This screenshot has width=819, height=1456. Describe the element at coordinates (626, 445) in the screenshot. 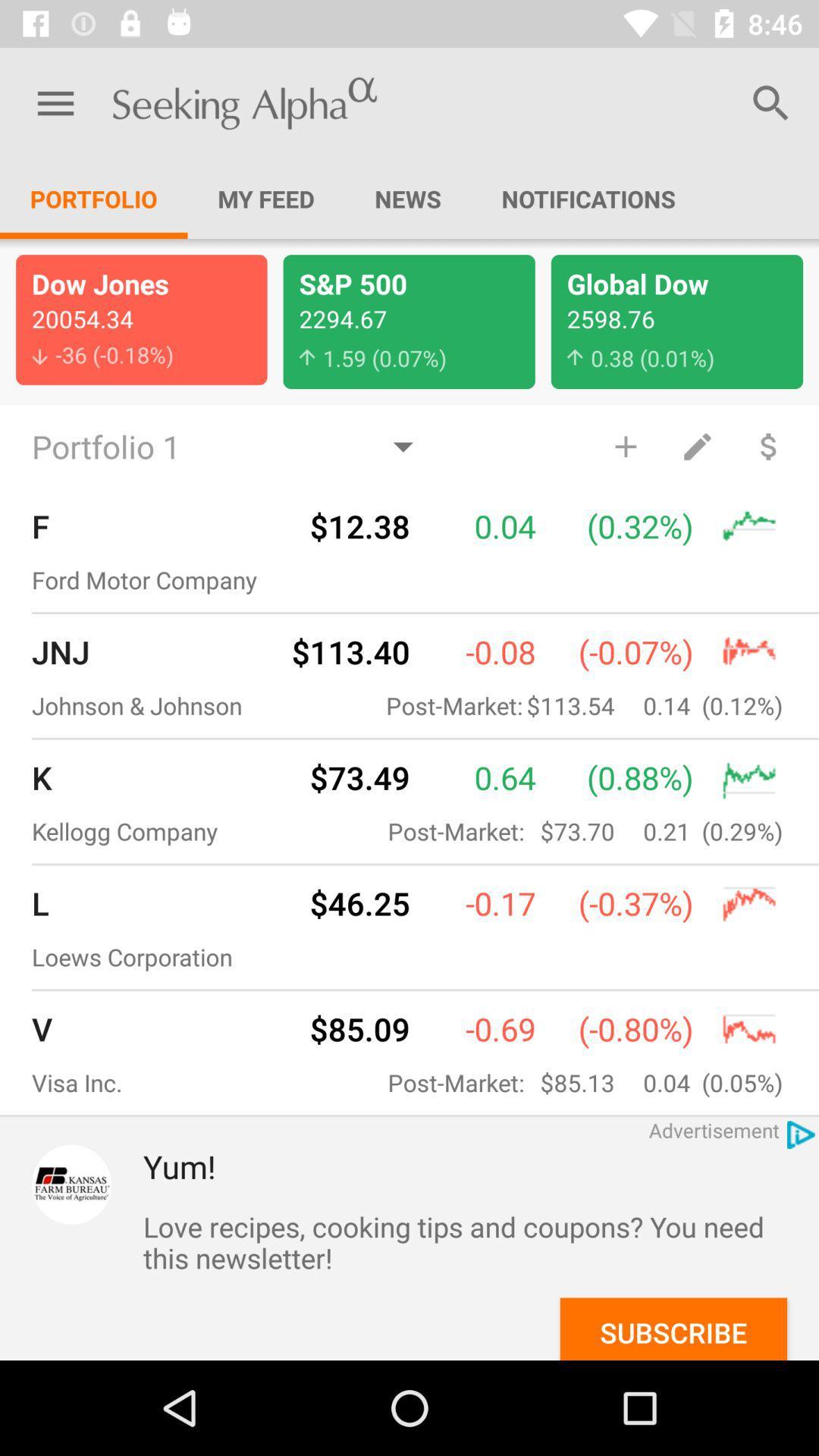

I see `the item below 0 38 0 item` at that location.